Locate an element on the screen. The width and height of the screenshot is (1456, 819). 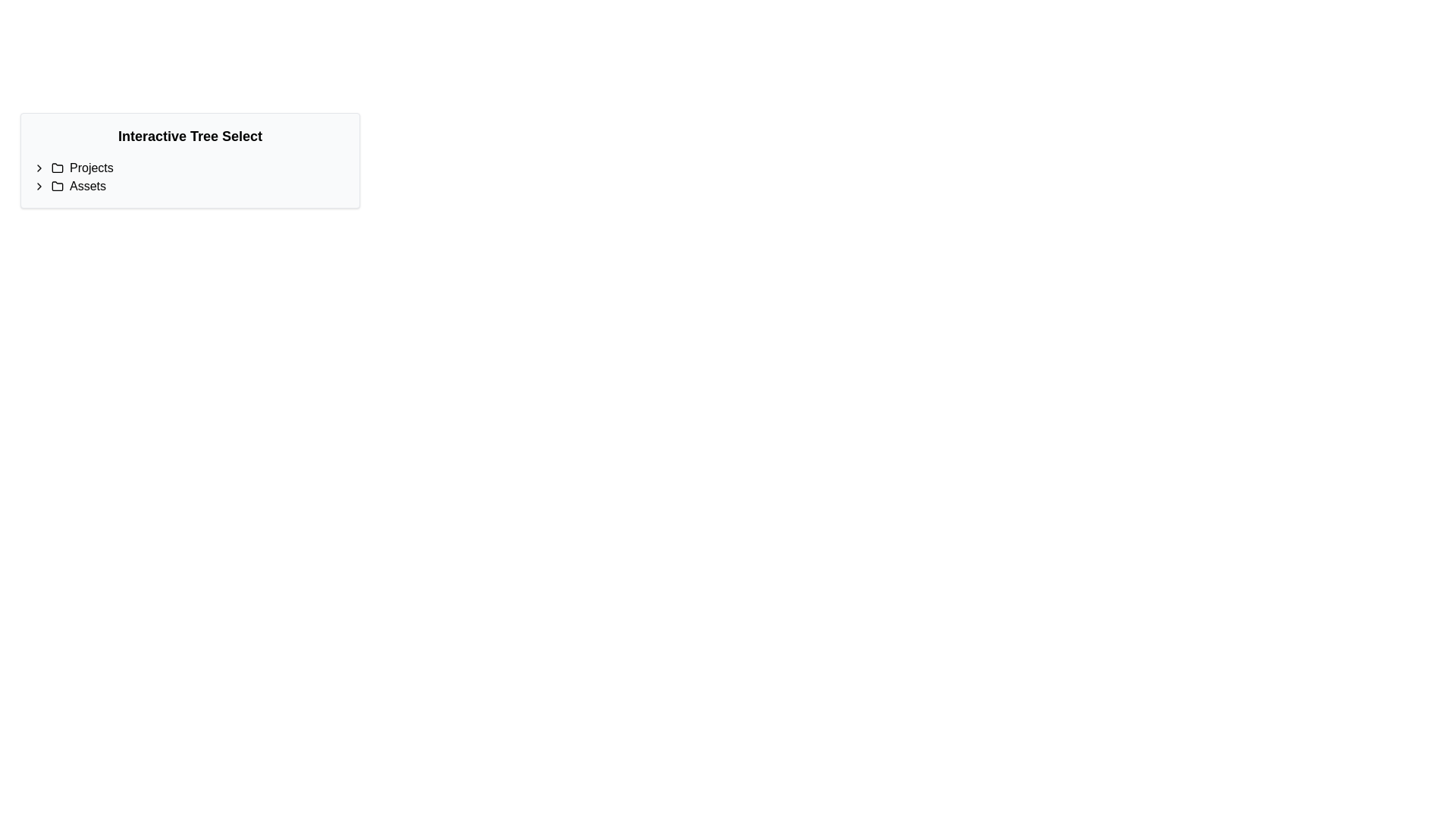
the right-pointing chevron icon toggle located to the left of the 'Projects' text is located at coordinates (39, 168).